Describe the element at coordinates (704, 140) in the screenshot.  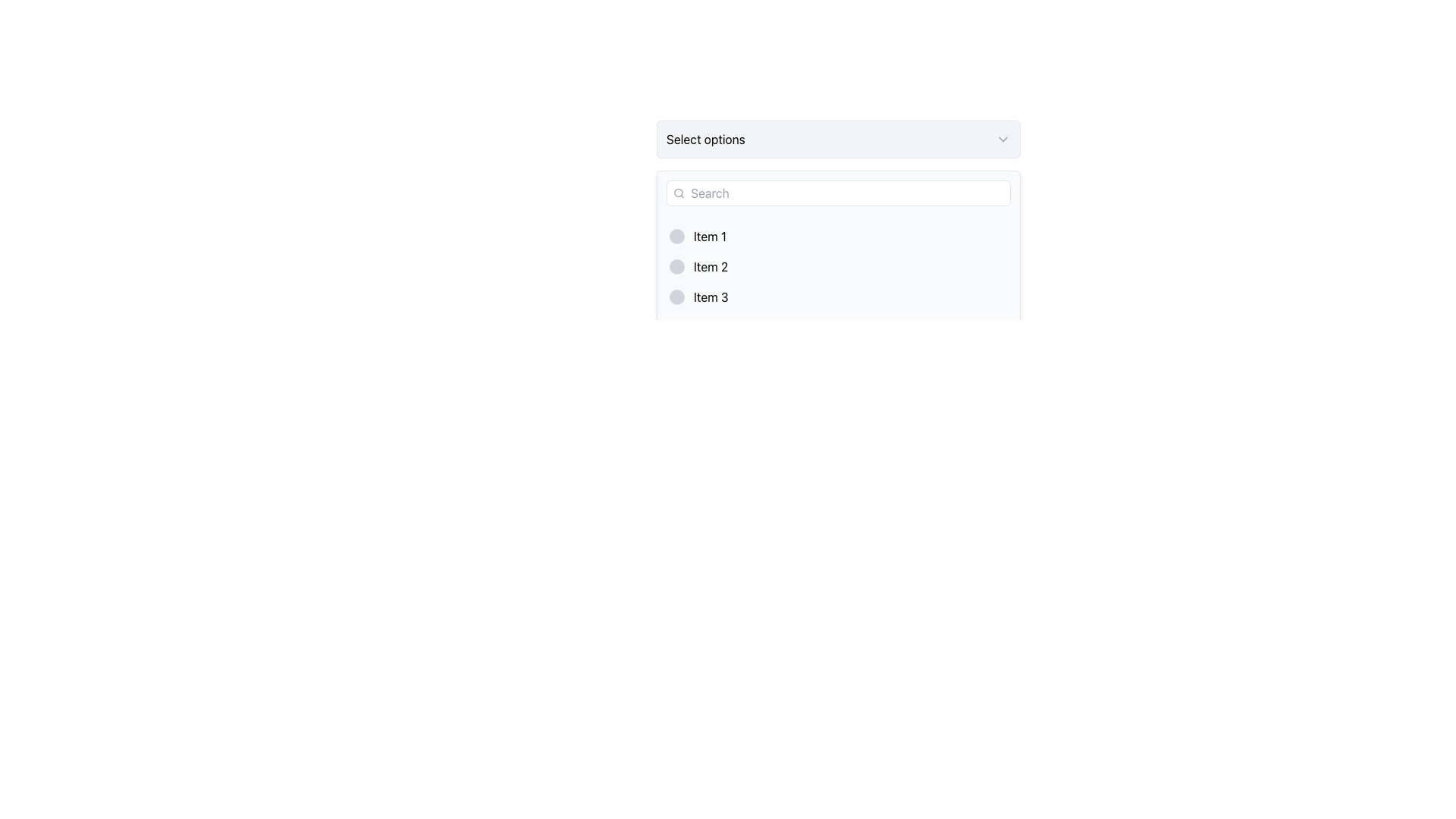
I see `the text label displaying 'Select options' in the dropdown menu header located at the top-left section` at that location.